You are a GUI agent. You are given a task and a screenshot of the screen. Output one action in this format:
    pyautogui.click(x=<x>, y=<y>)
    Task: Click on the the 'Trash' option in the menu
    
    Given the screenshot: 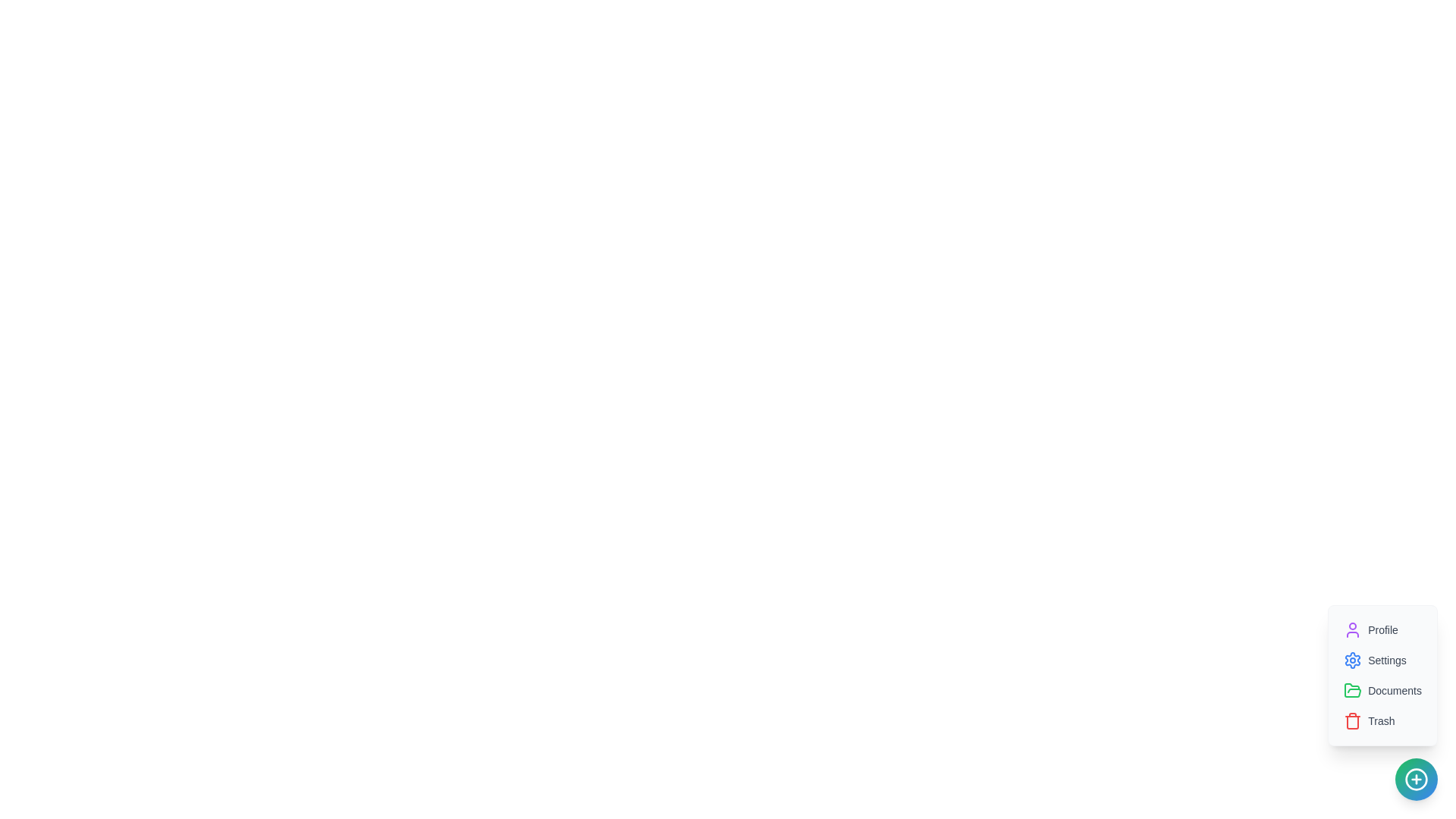 What is the action you would take?
    pyautogui.click(x=1368, y=720)
    